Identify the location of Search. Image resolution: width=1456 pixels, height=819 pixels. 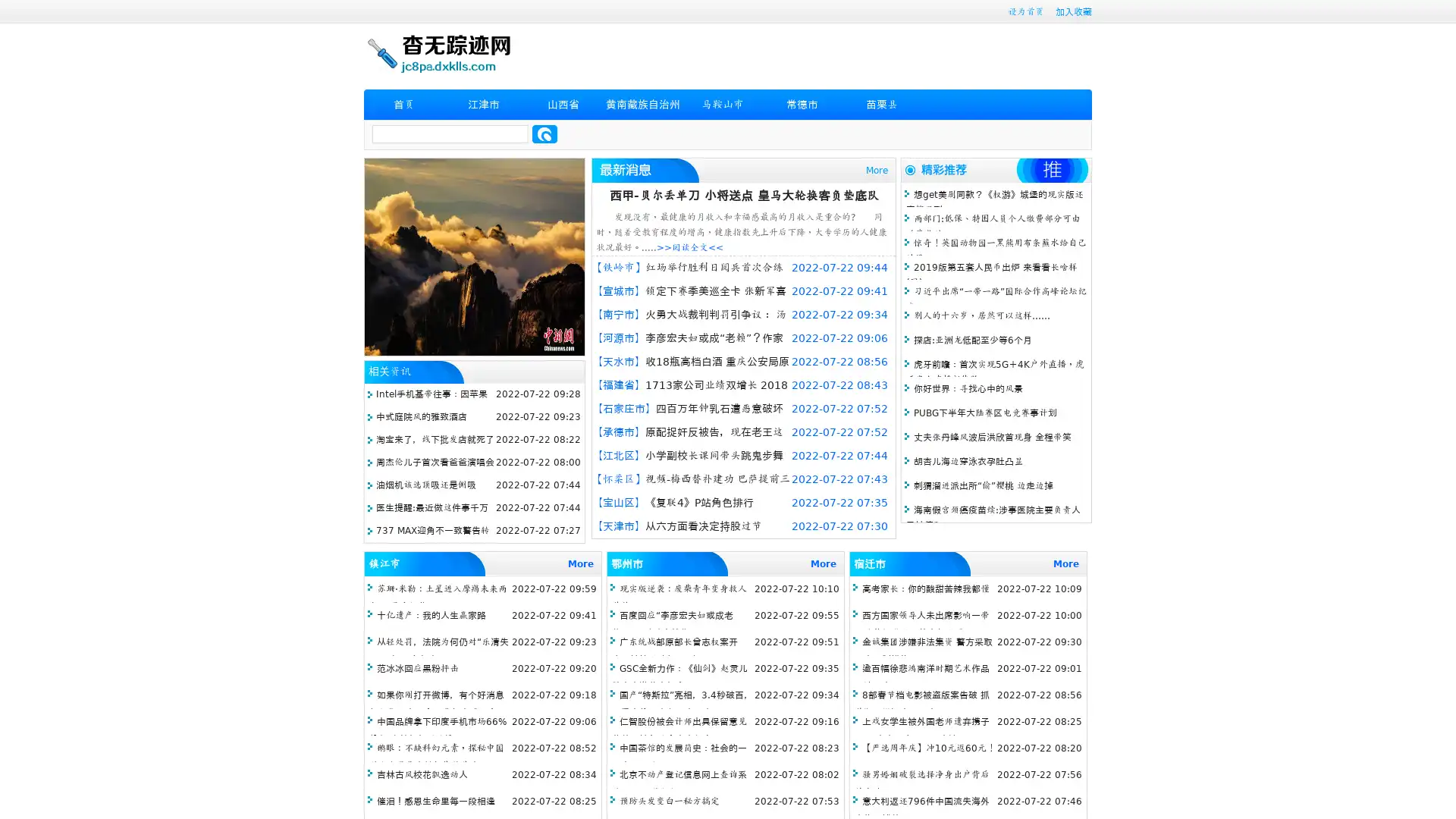
(544, 133).